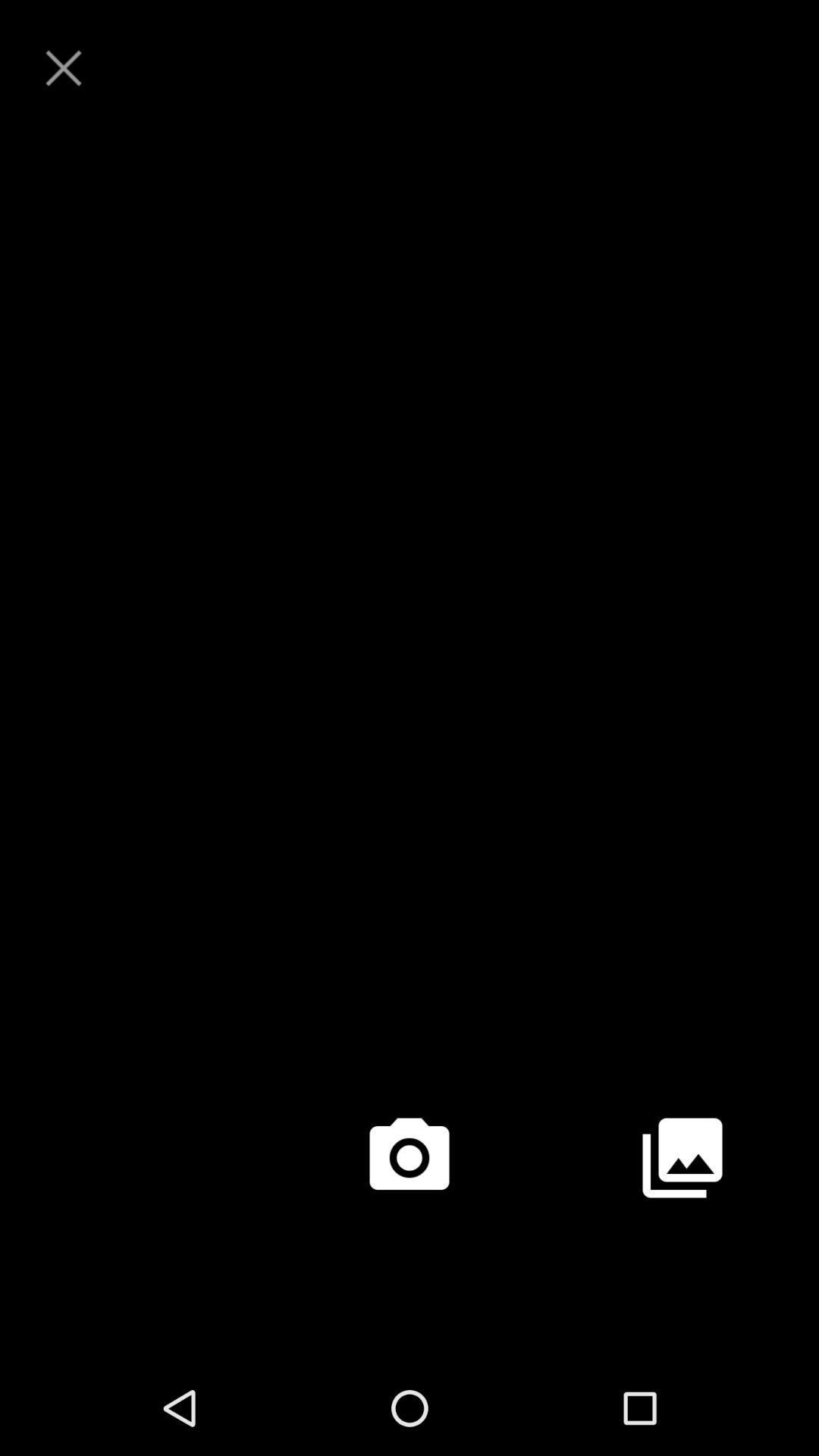  What do you see at coordinates (409, 1156) in the screenshot?
I see `take a picture` at bounding box center [409, 1156].